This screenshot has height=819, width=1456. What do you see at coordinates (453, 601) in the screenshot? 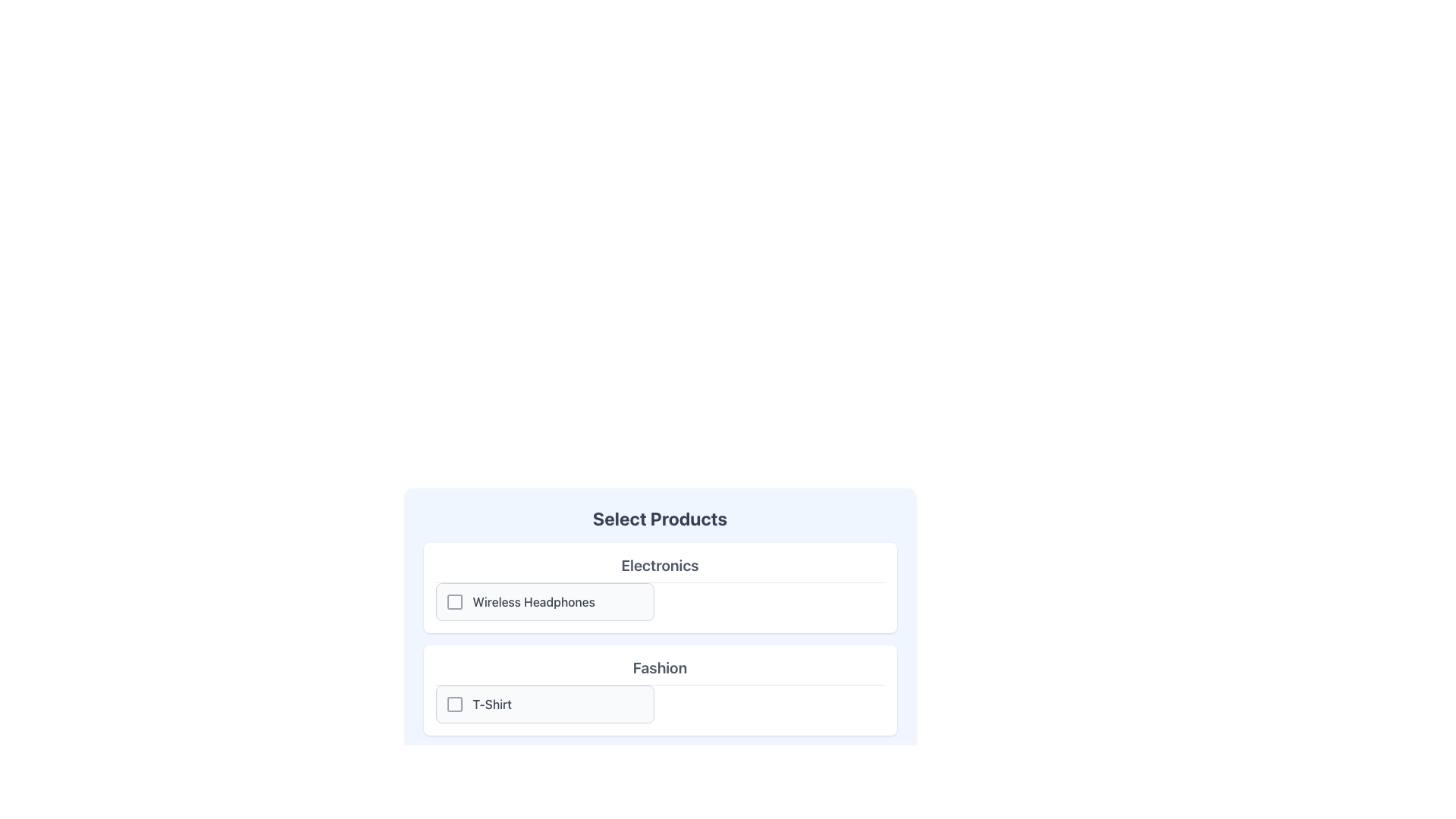
I see `the checkbox associated with the label 'Wireless Headphones'` at bounding box center [453, 601].